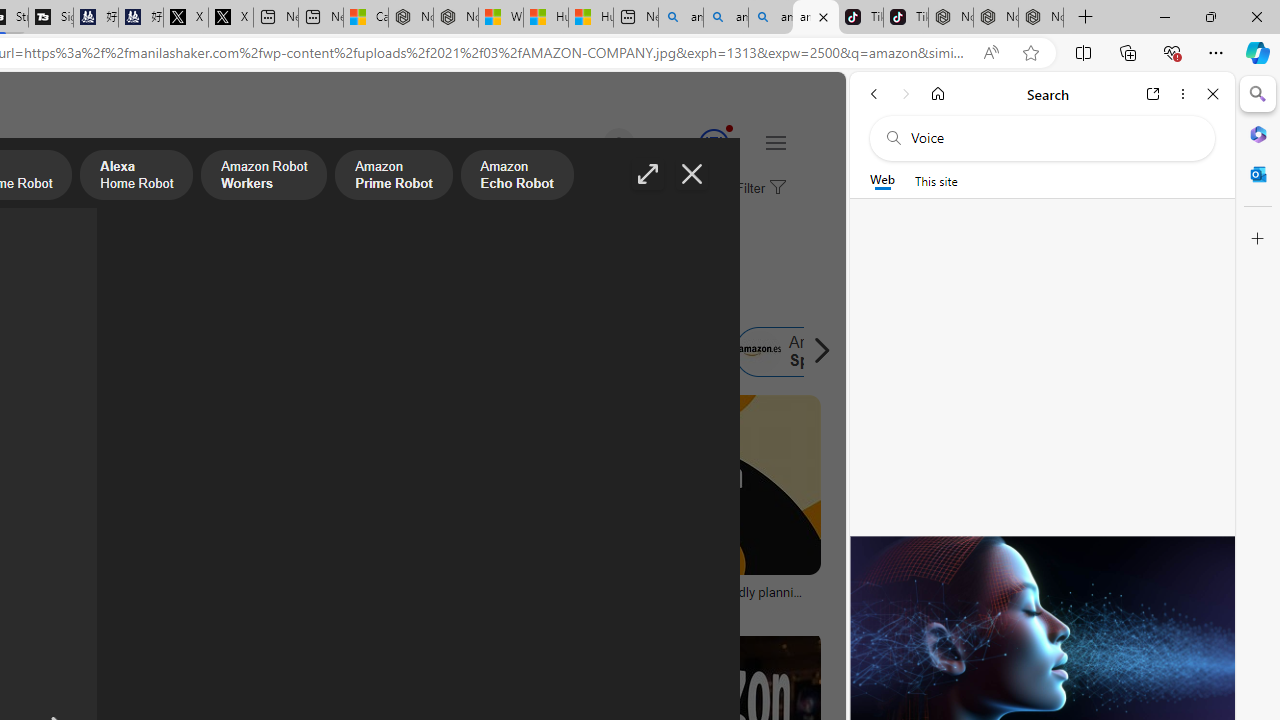  What do you see at coordinates (801, 351) in the screenshot?
I see `'Class: item col'` at bounding box center [801, 351].